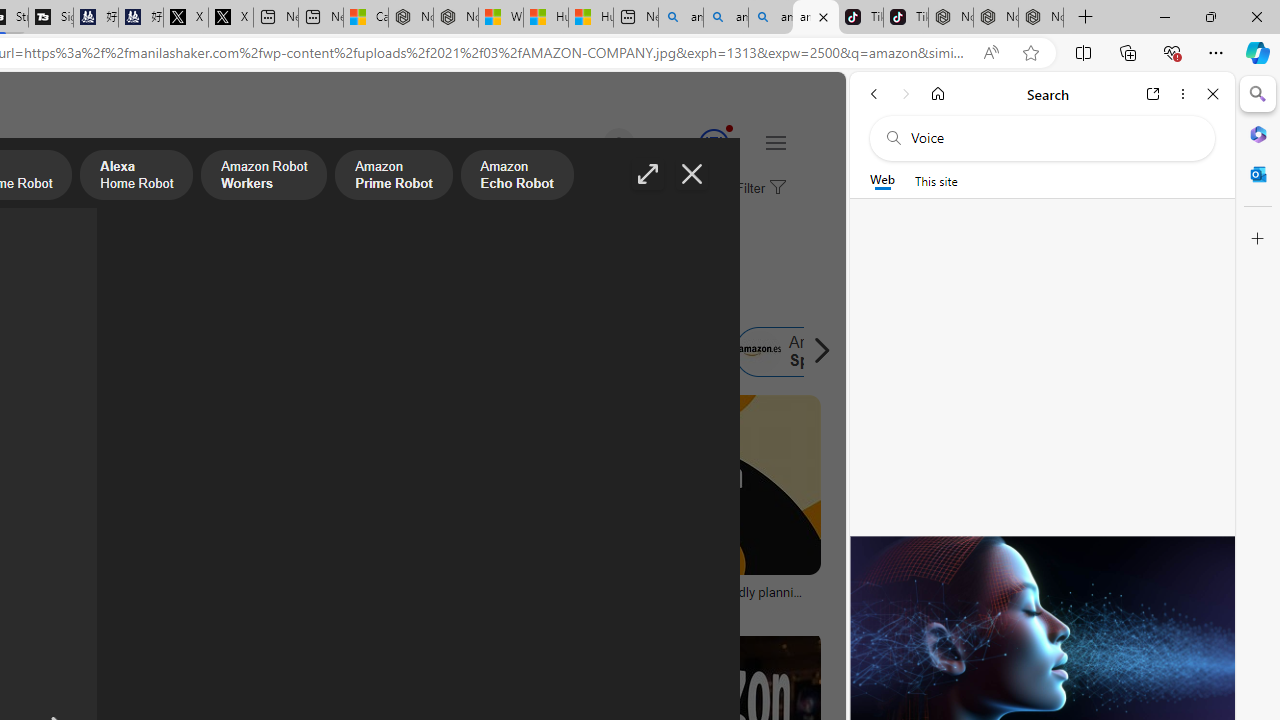  What do you see at coordinates (801, 351) in the screenshot?
I see `'Class: item col'` at bounding box center [801, 351].